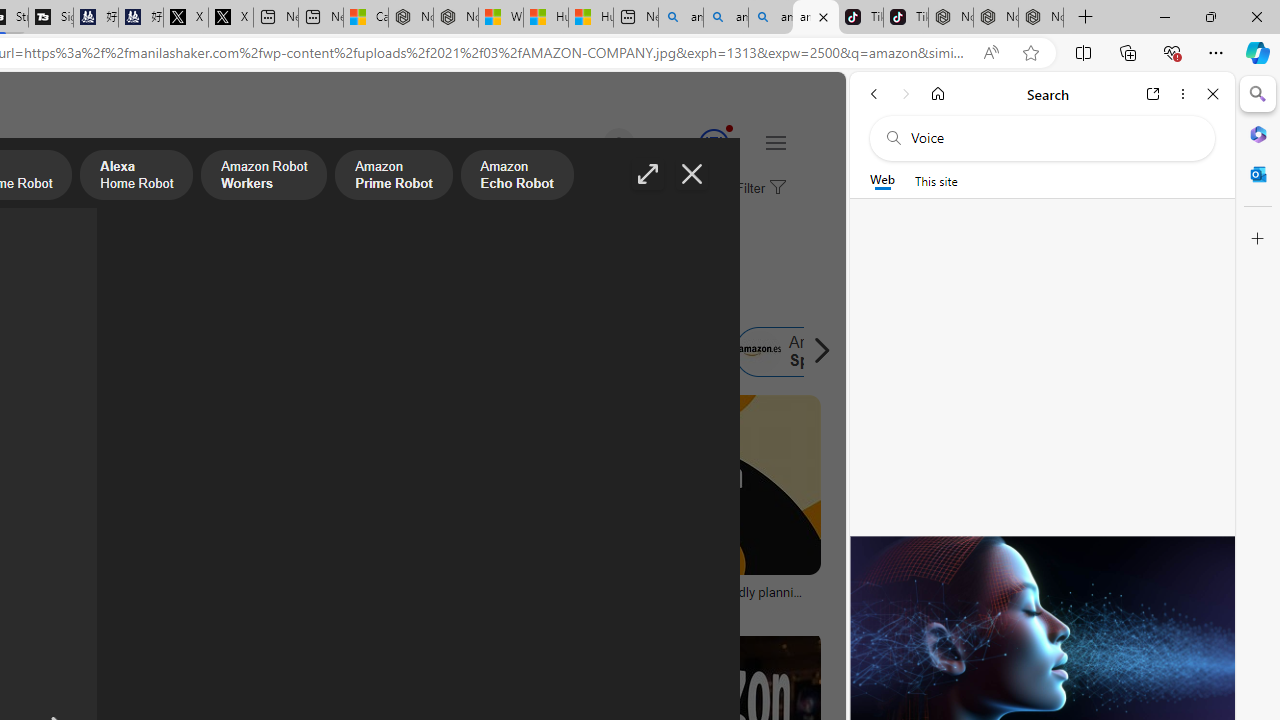  What do you see at coordinates (801, 351) in the screenshot?
I see `'Class: item col'` at bounding box center [801, 351].